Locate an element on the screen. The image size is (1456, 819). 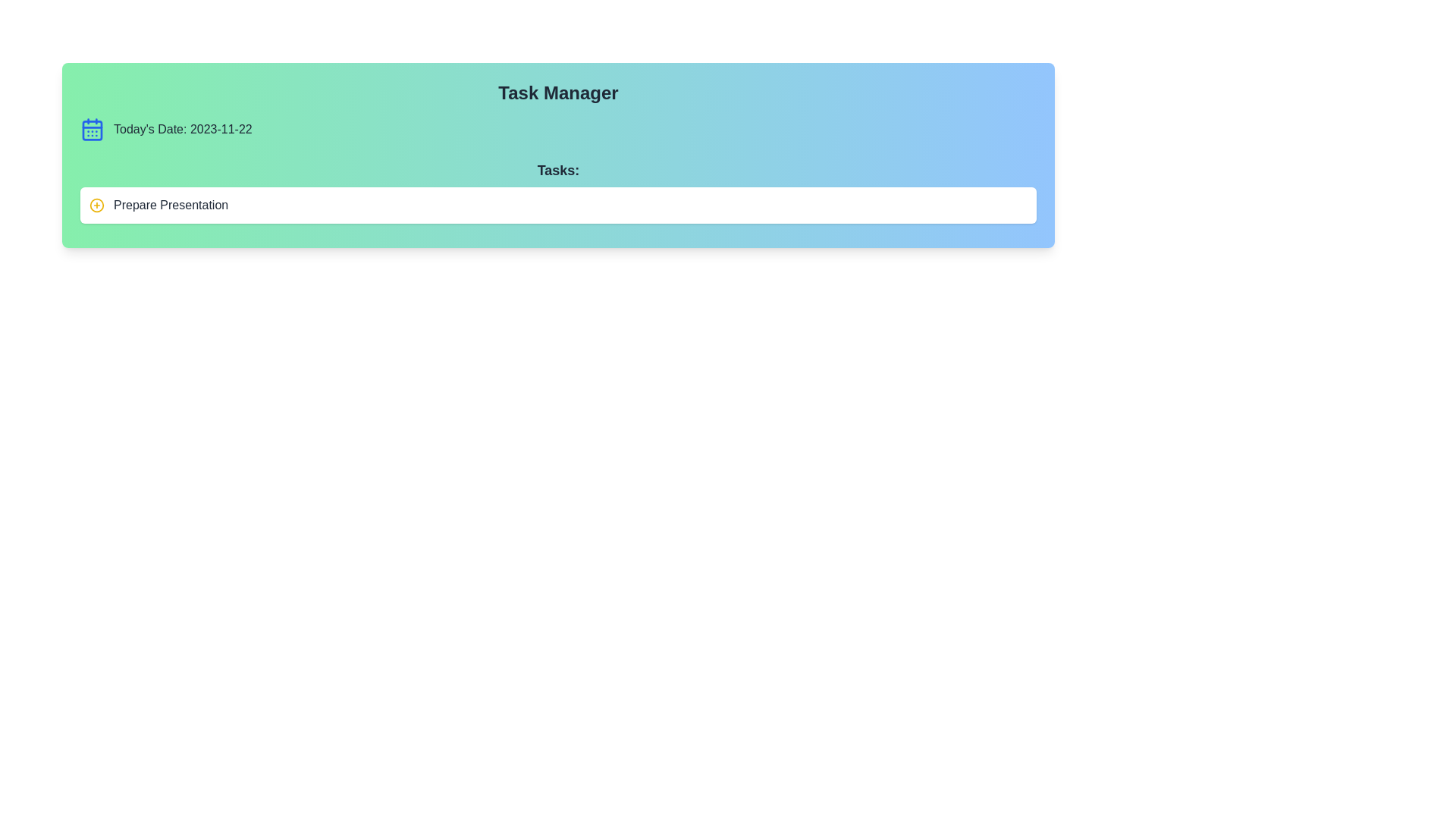
on the bold, large-sized 'Task Manager' header text at the top of the interface is located at coordinates (557, 93).